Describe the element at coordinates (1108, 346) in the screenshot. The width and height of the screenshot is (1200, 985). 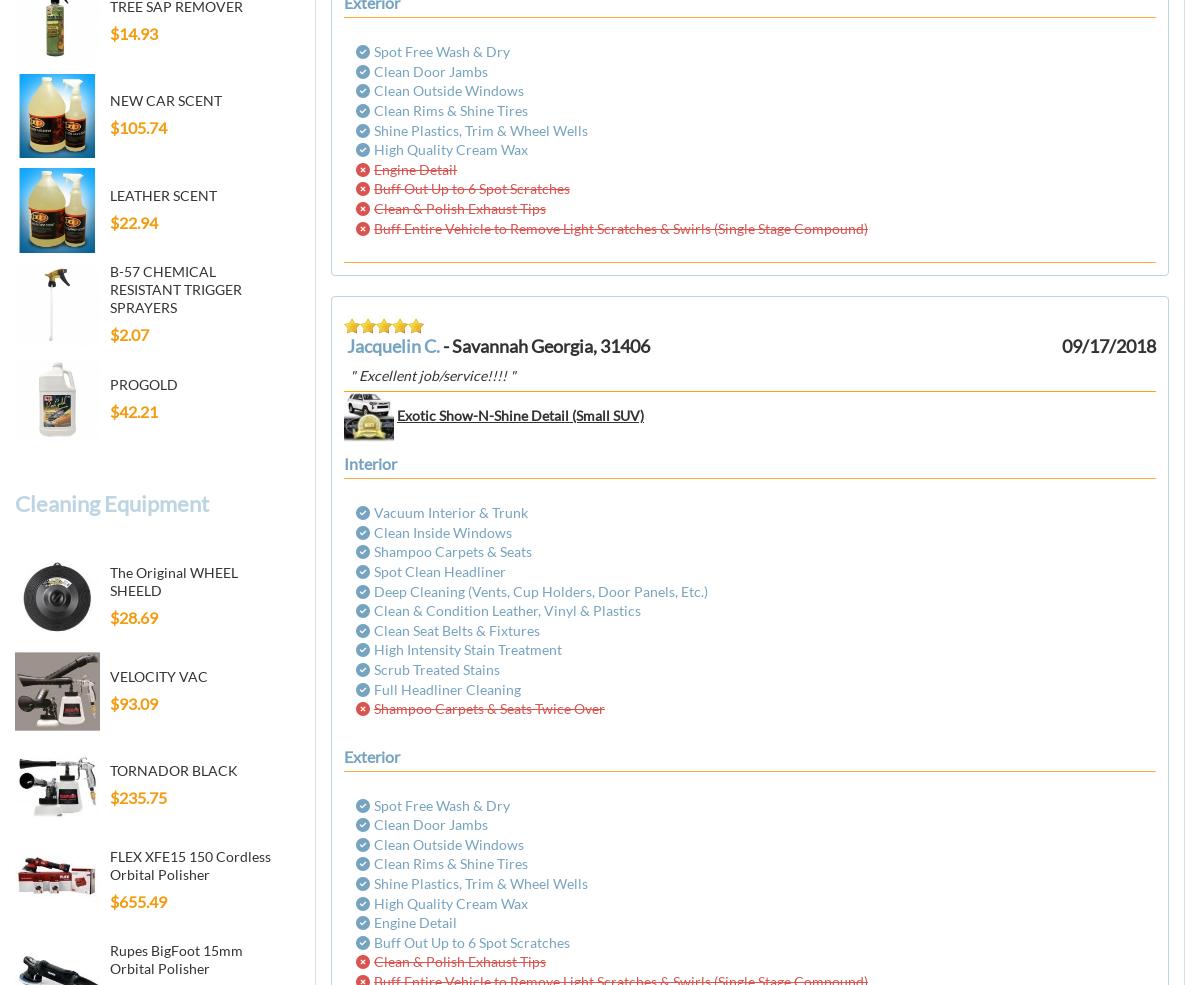
I see `'09/17/2018'` at that location.